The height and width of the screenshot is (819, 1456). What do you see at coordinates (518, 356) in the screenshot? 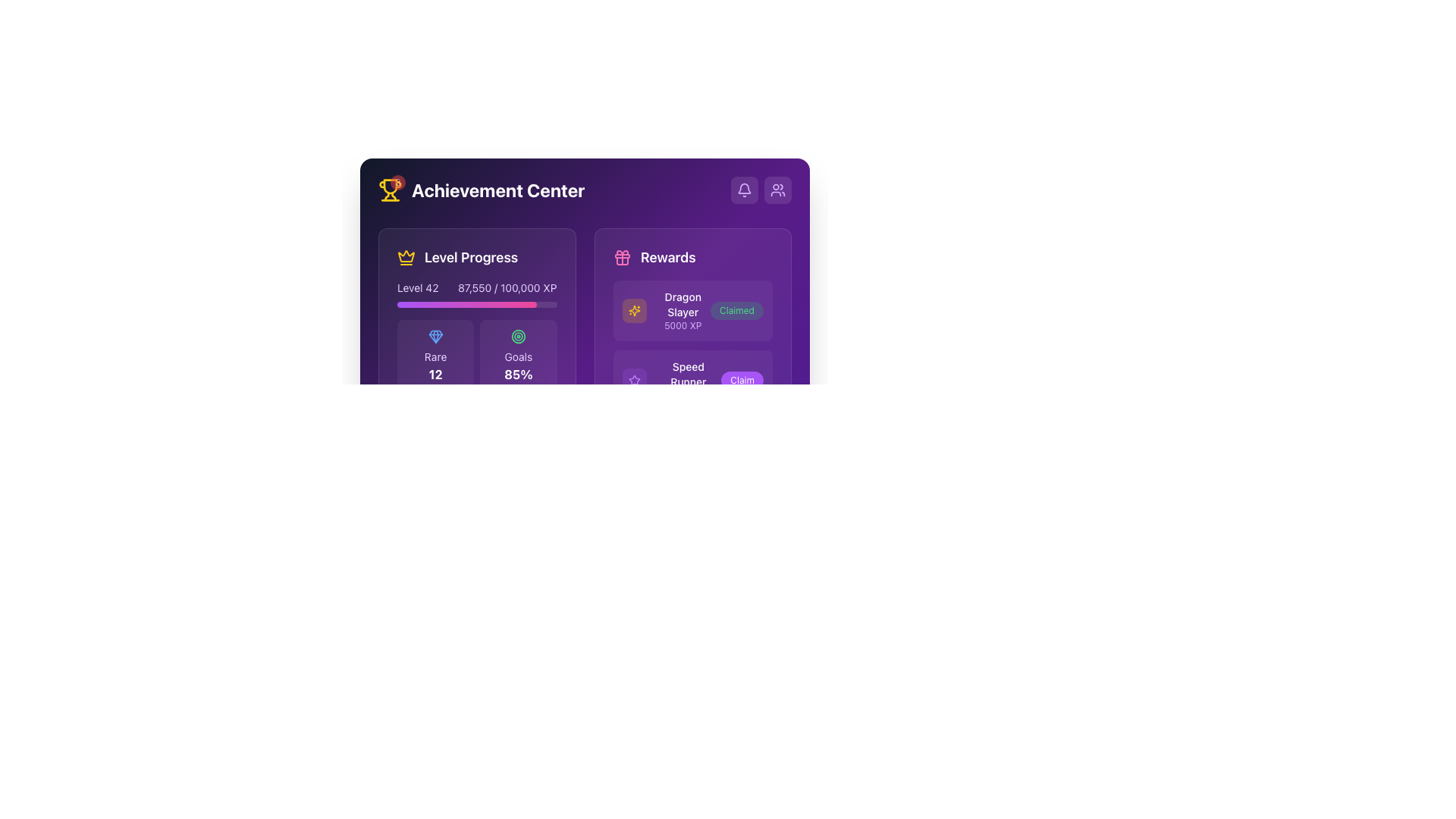
I see `the informational card component displaying the goal name and its completion percentage, which is the second card in the 'Level Progress' section of the Achievement Center` at bounding box center [518, 356].